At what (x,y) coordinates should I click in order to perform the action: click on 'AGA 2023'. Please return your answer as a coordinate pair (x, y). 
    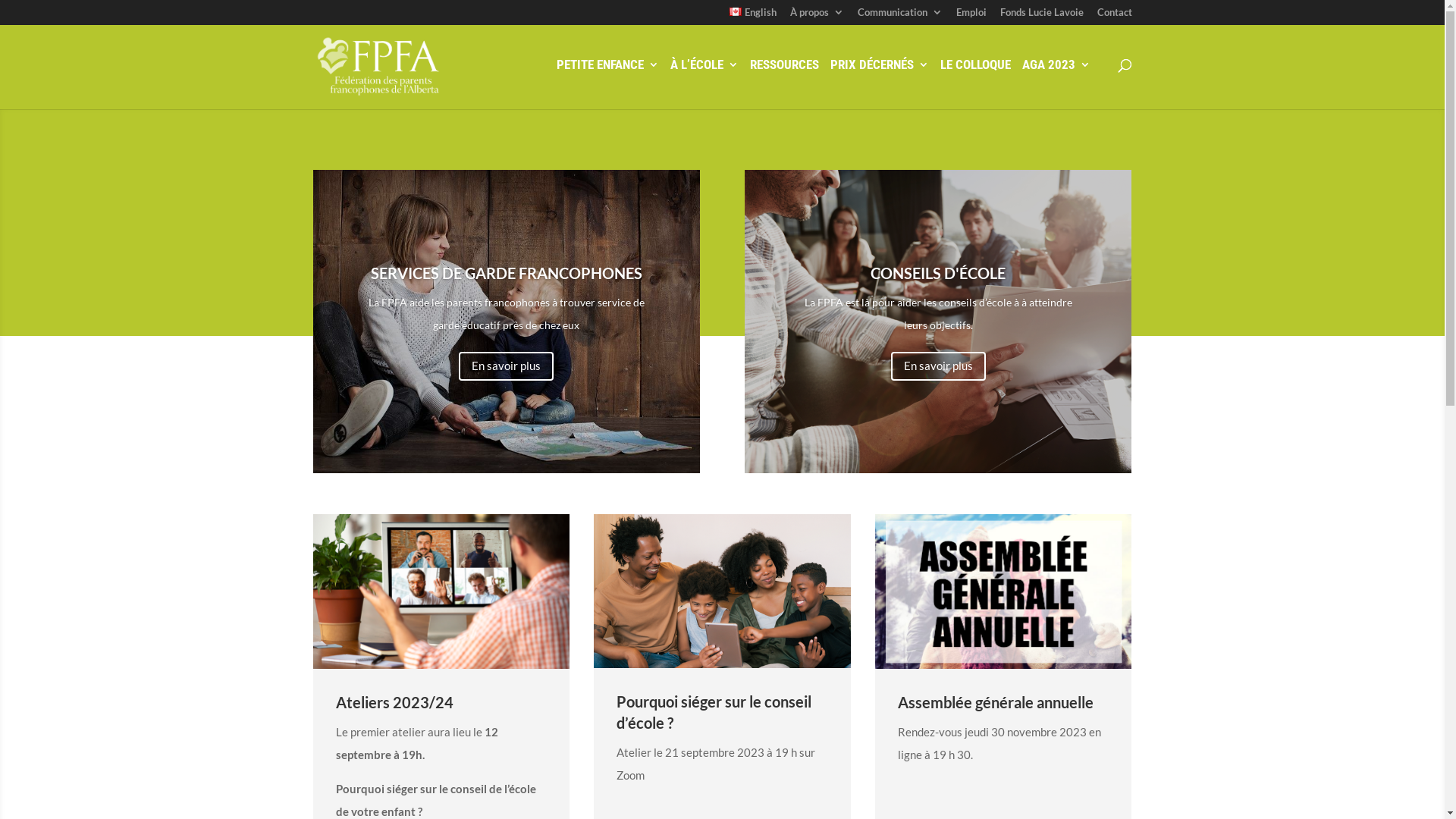
    Looking at the image, I should click on (1055, 81).